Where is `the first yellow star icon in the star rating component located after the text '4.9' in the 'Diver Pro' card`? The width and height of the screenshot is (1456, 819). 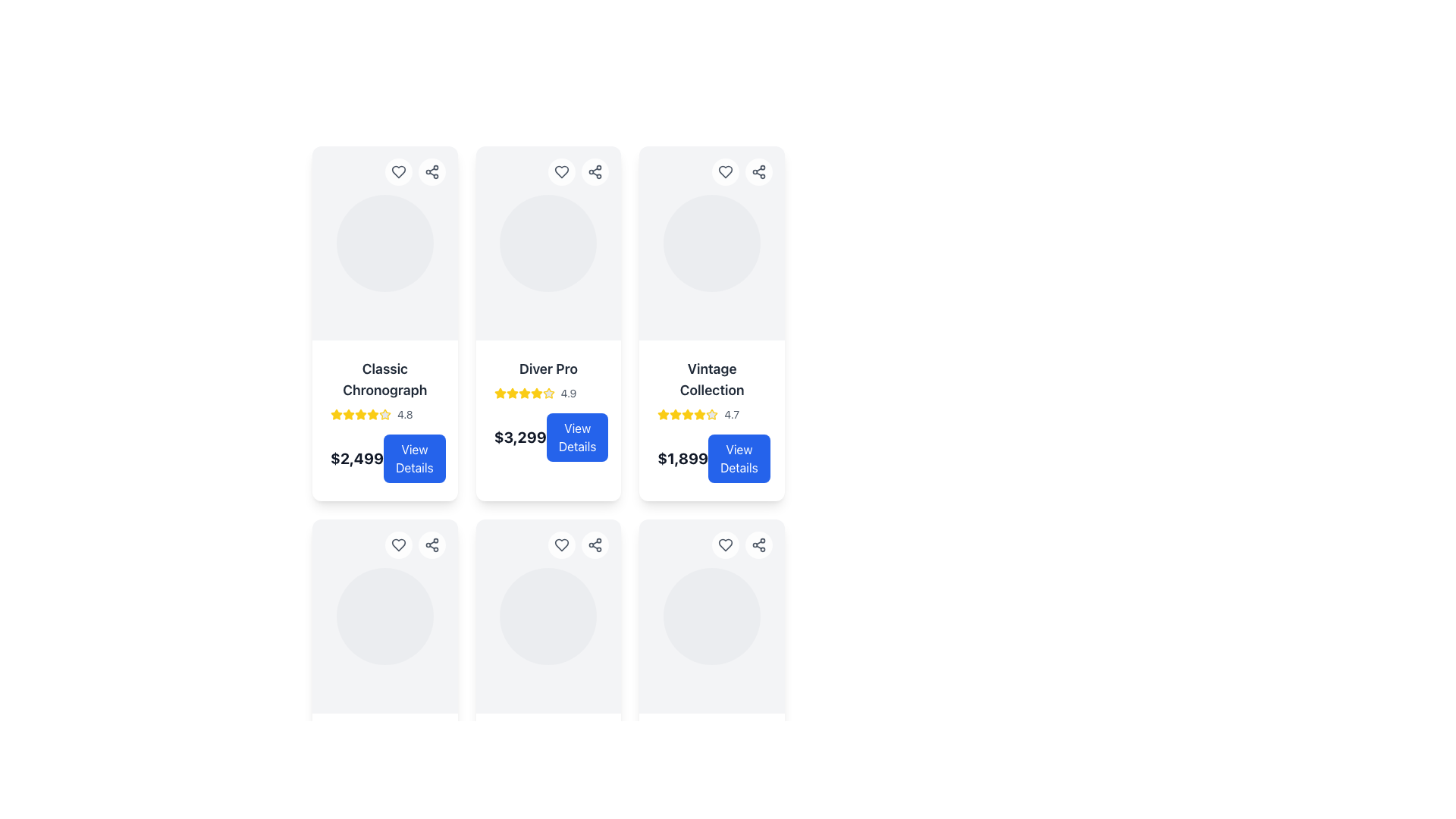 the first yellow star icon in the star rating component located after the text '4.9' in the 'Diver Pro' card is located at coordinates (500, 393).